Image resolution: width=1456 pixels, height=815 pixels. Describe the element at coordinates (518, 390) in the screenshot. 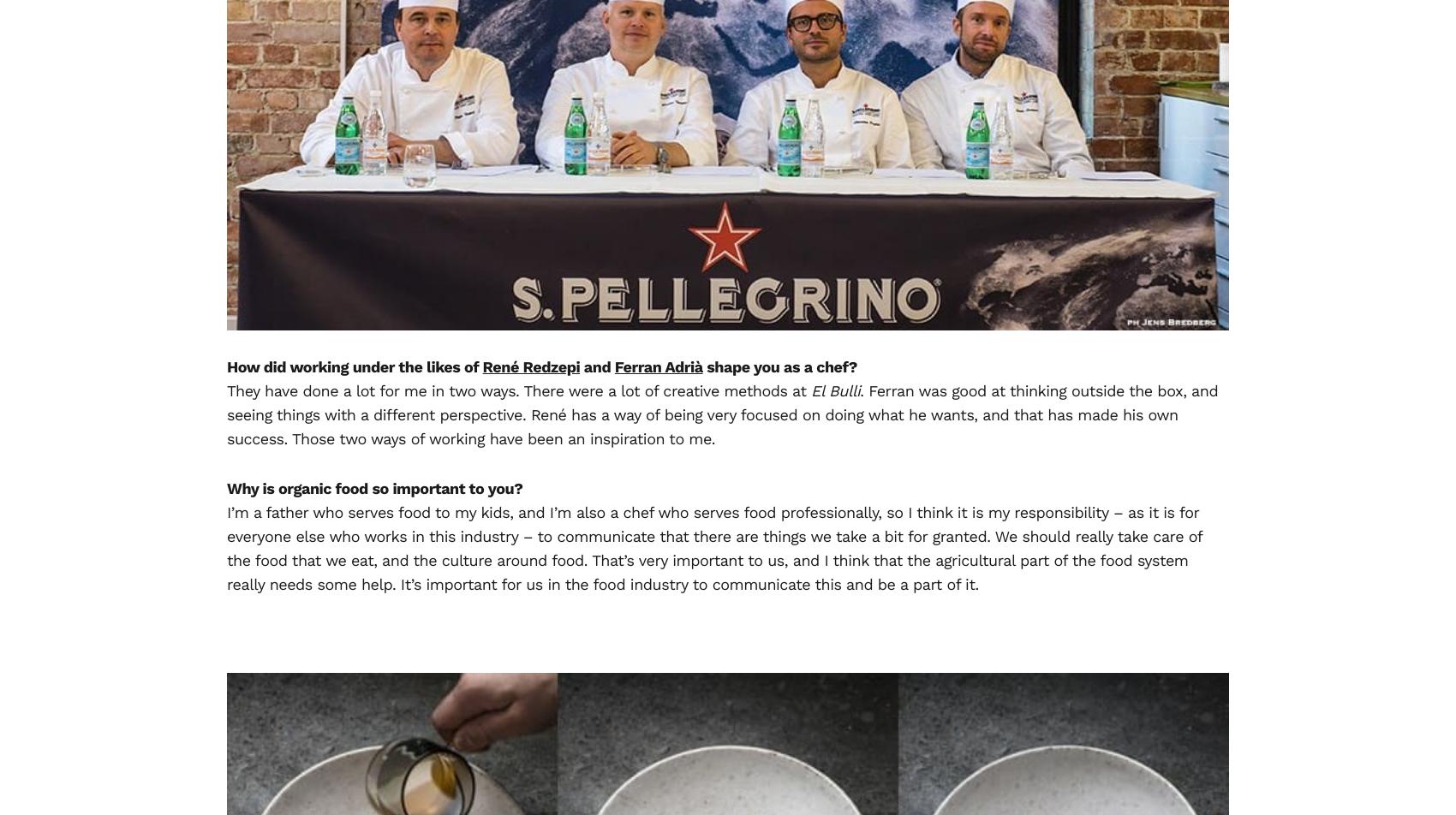

I see `'They have done a lot for me in two ways. There were a lot of creative methods at'` at that location.